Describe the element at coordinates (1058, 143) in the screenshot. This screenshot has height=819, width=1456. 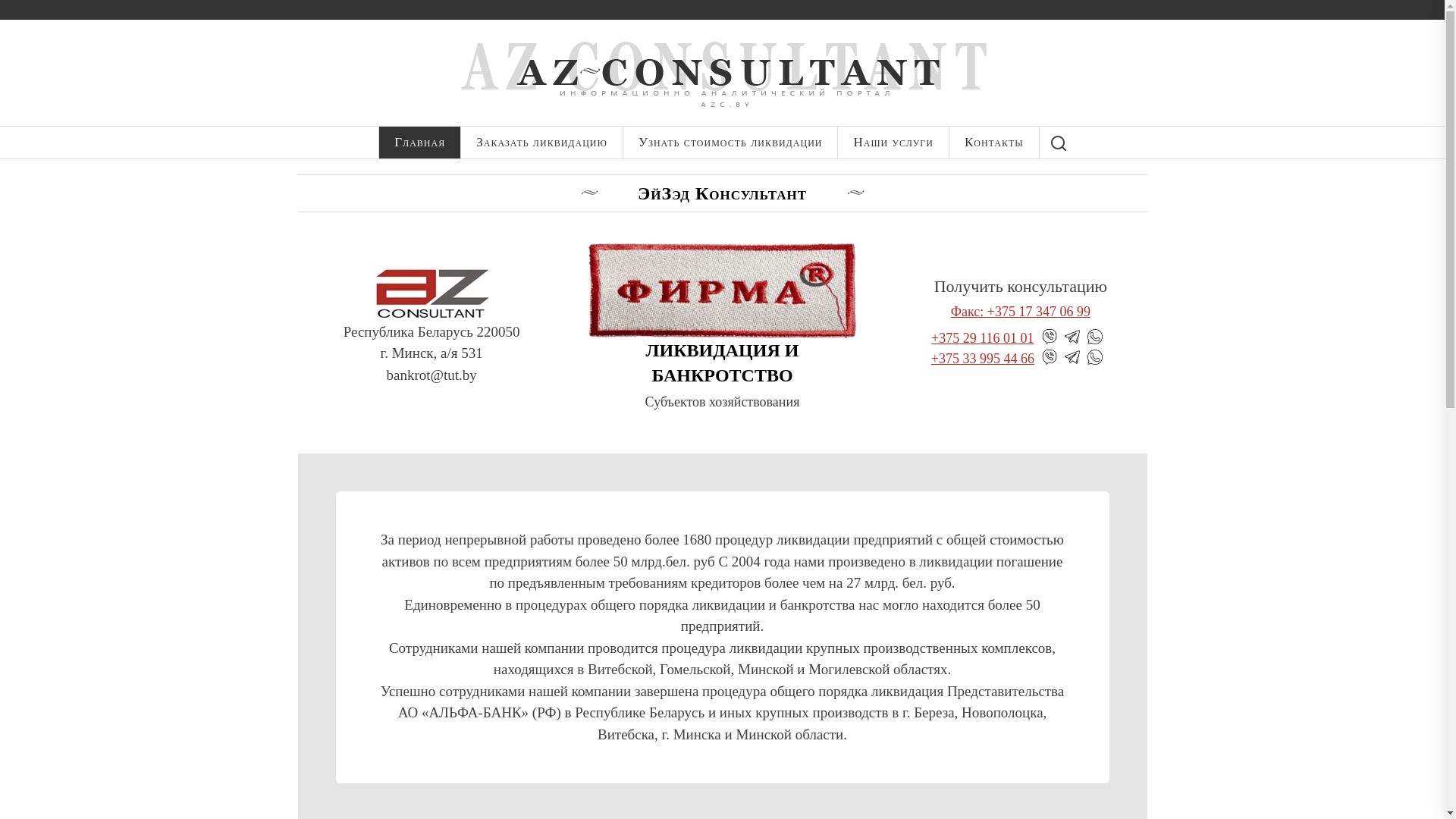
I see `'Search'` at that location.